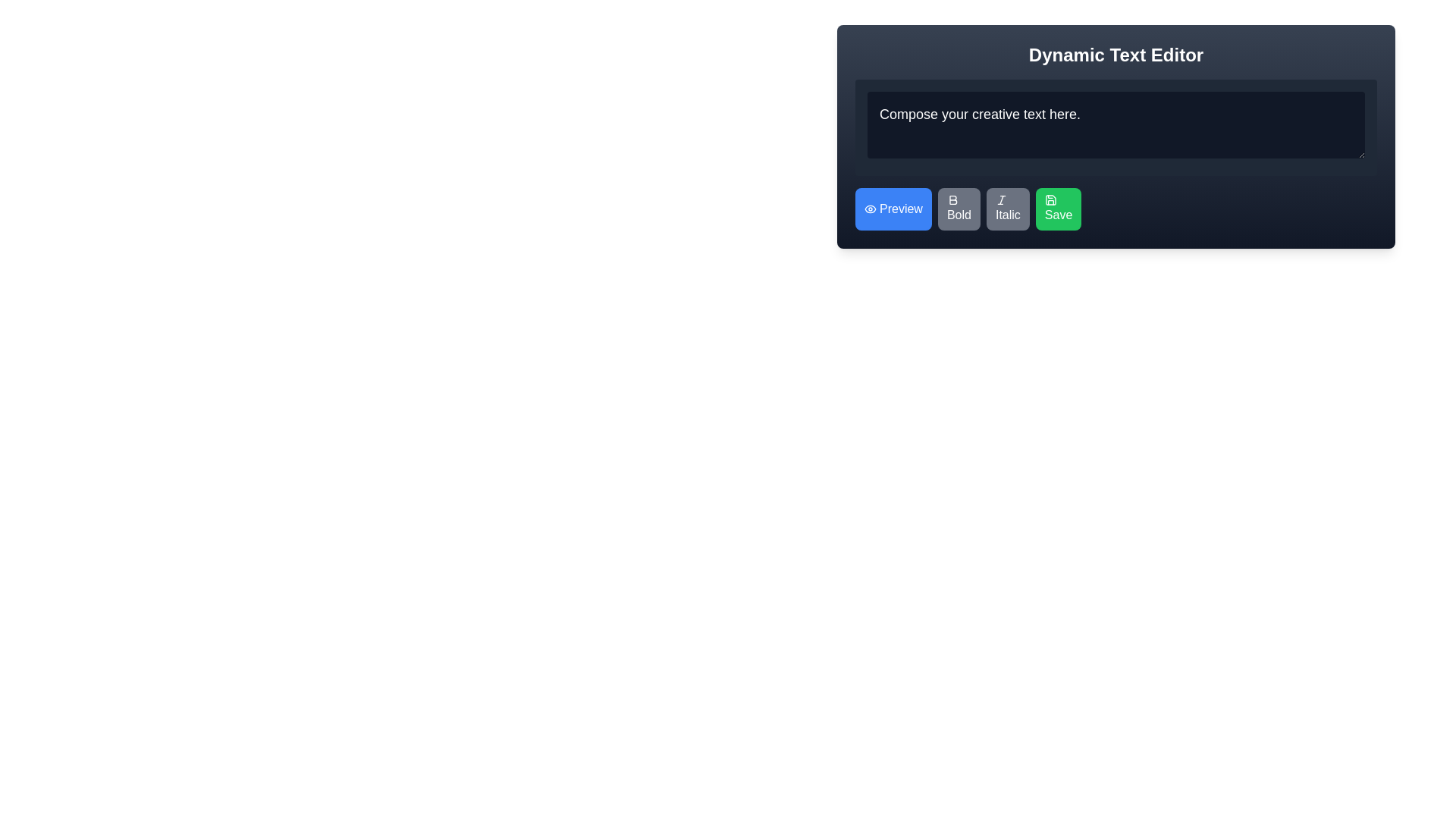 This screenshot has height=819, width=1456. What do you see at coordinates (1008, 209) in the screenshot?
I see `the 'Italic' button, which is the third button from the left in the text editor interface, to trigger its hover effect` at bounding box center [1008, 209].